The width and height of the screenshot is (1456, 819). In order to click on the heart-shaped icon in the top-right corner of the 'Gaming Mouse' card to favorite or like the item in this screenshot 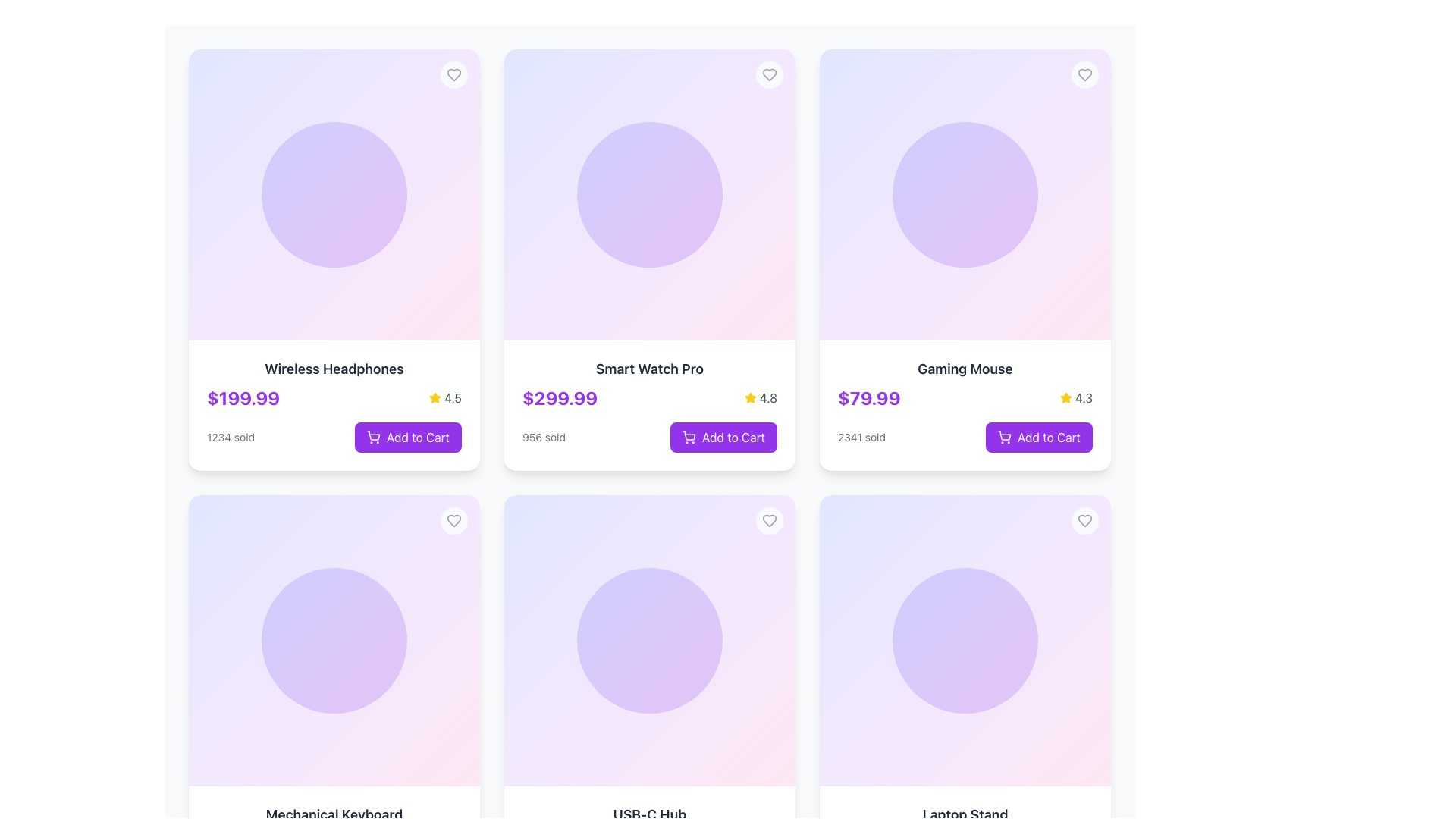, I will do `click(1084, 75)`.